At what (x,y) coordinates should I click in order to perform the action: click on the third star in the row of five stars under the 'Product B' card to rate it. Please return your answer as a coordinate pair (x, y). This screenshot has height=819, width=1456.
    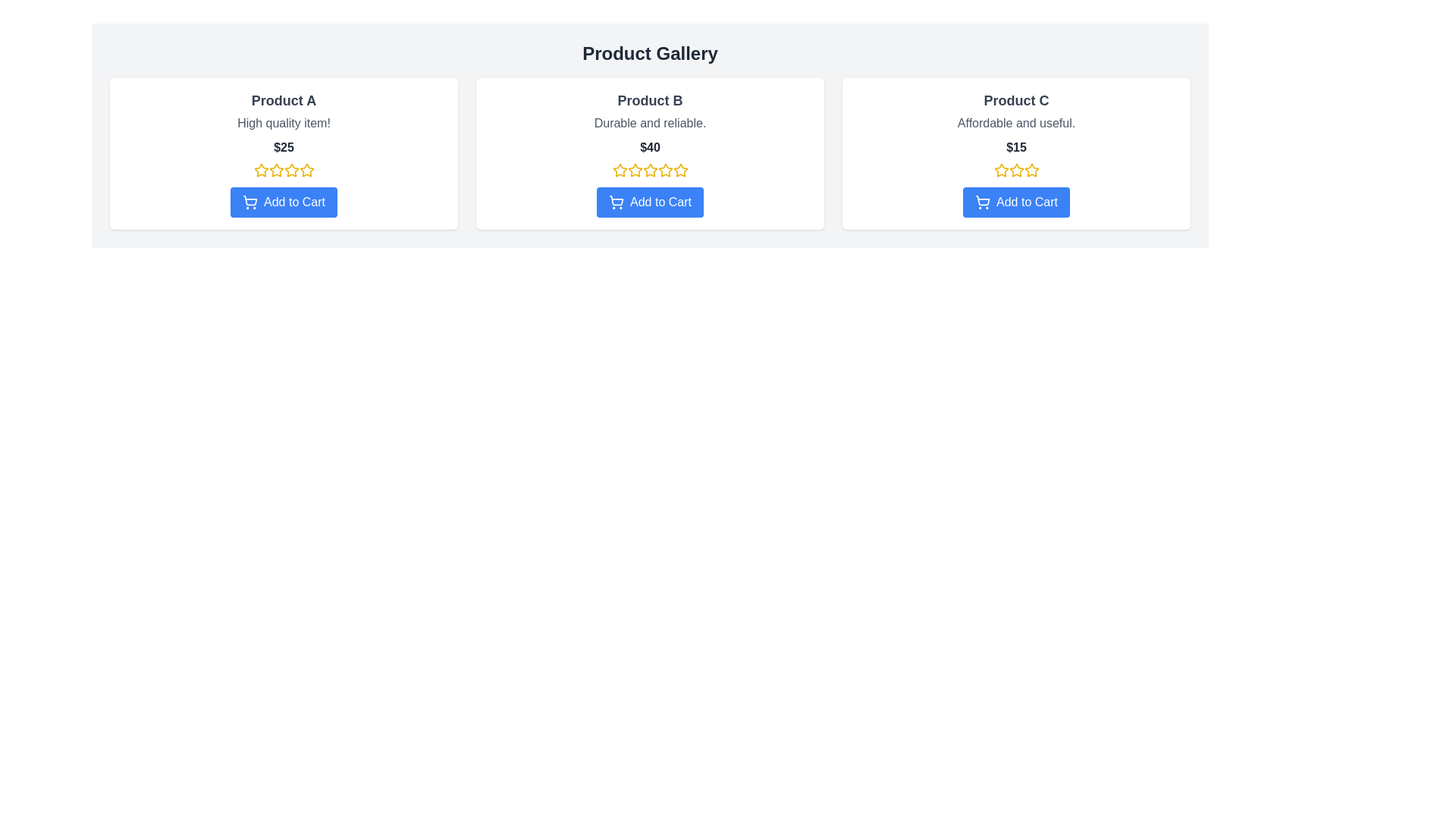
    Looking at the image, I should click on (679, 170).